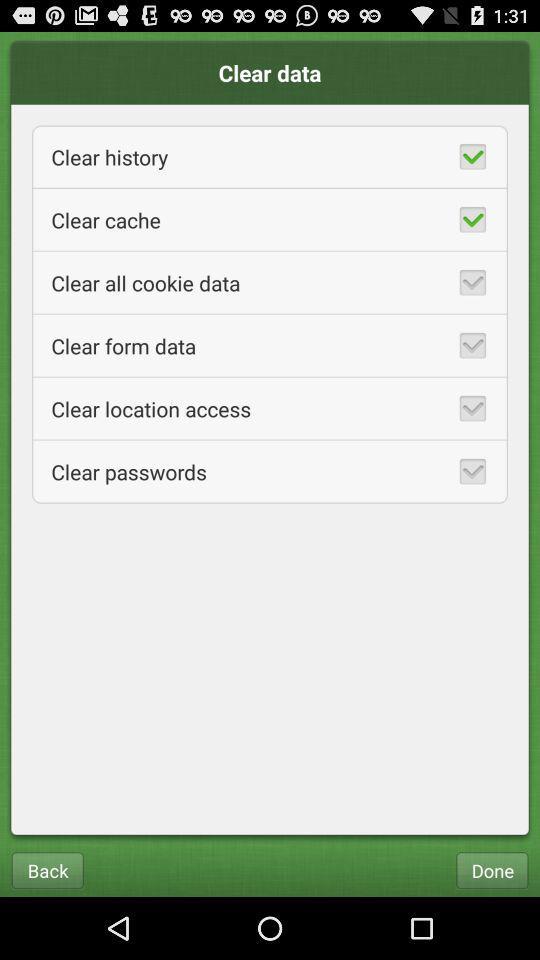  Describe the element at coordinates (270, 219) in the screenshot. I see `the clear cache` at that location.